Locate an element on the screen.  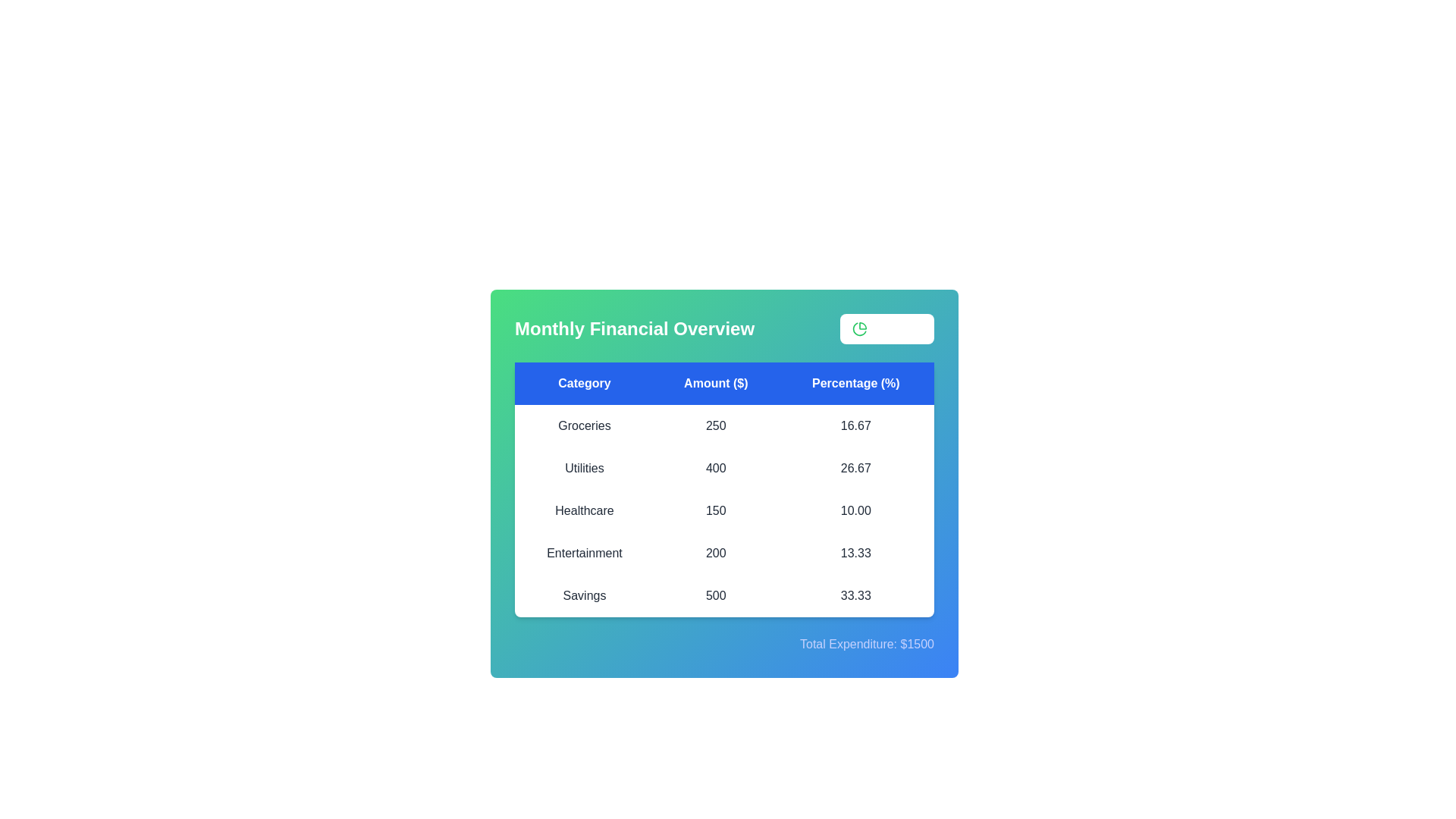
the row corresponding to a specific category Savings is located at coordinates (584, 595).